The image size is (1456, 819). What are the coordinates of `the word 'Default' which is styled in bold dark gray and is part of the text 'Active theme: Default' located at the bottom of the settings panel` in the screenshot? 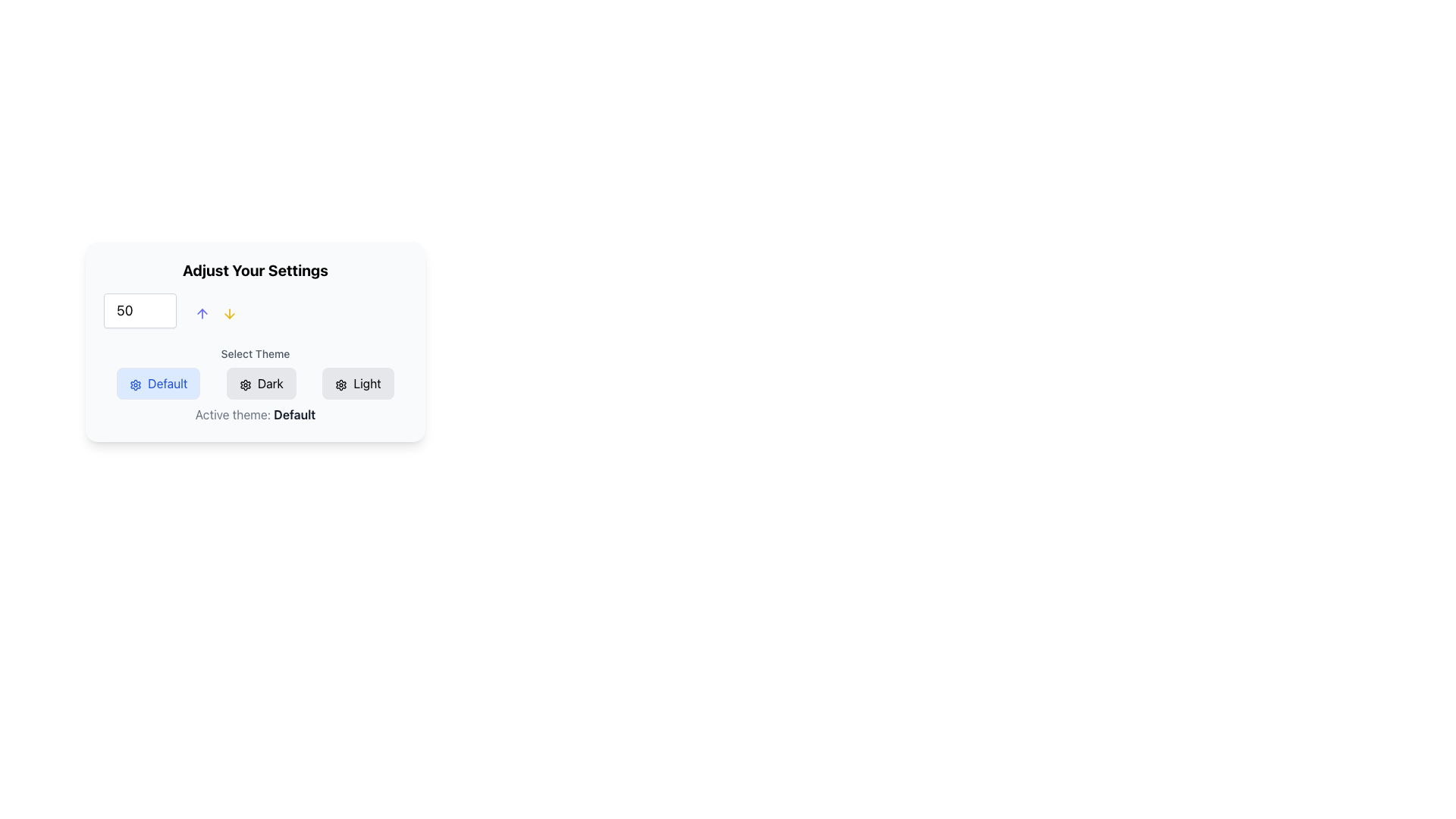 It's located at (294, 415).